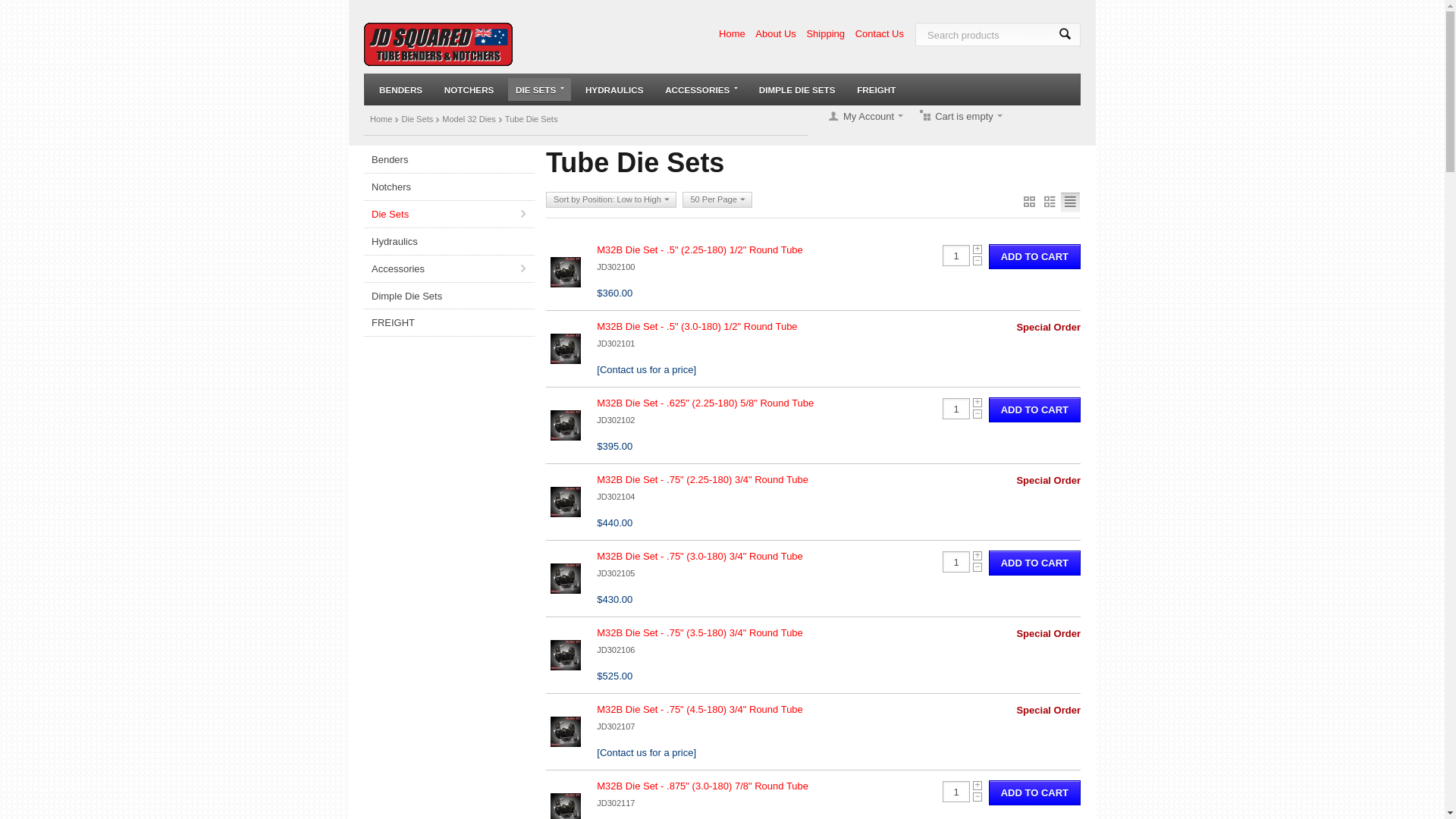  I want to click on 'FREIGHT', so click(448, 322).